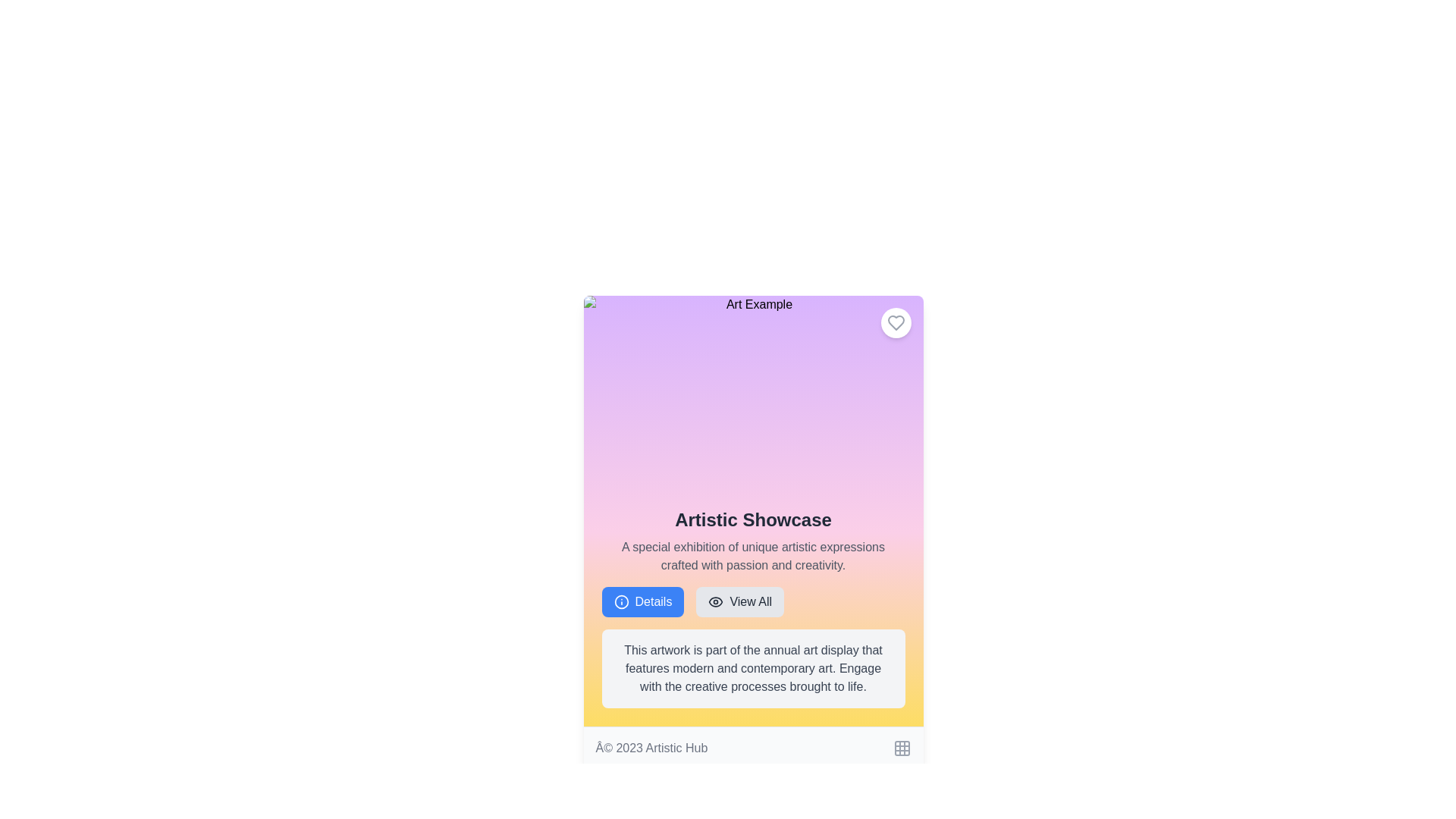 This screenshot has height=819, width=1456. I want to click on the 'View All' button, which has a light gray background and black text, so click(753, 601).